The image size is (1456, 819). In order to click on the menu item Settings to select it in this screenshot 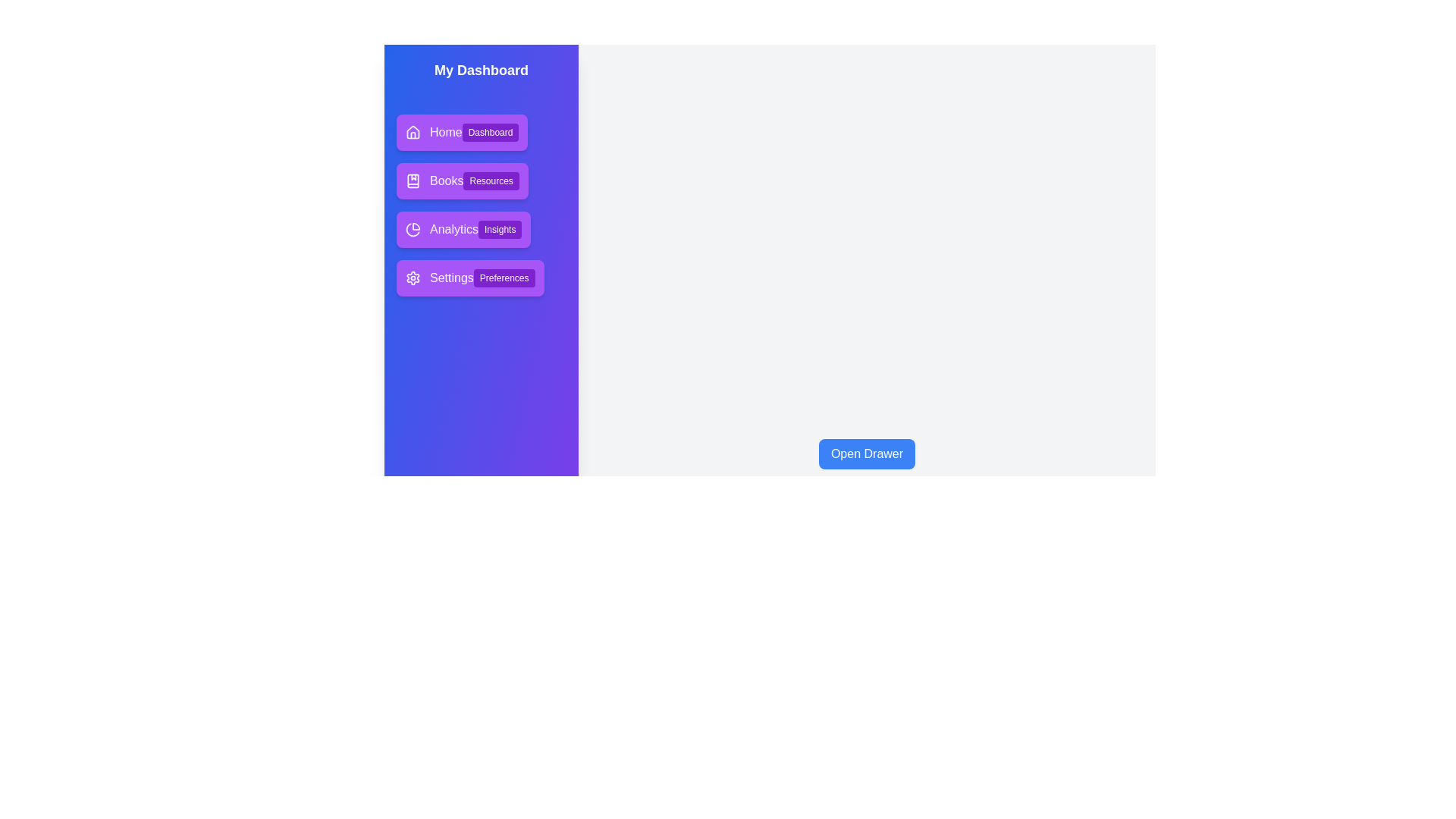, I will do `click(469, 278)`.